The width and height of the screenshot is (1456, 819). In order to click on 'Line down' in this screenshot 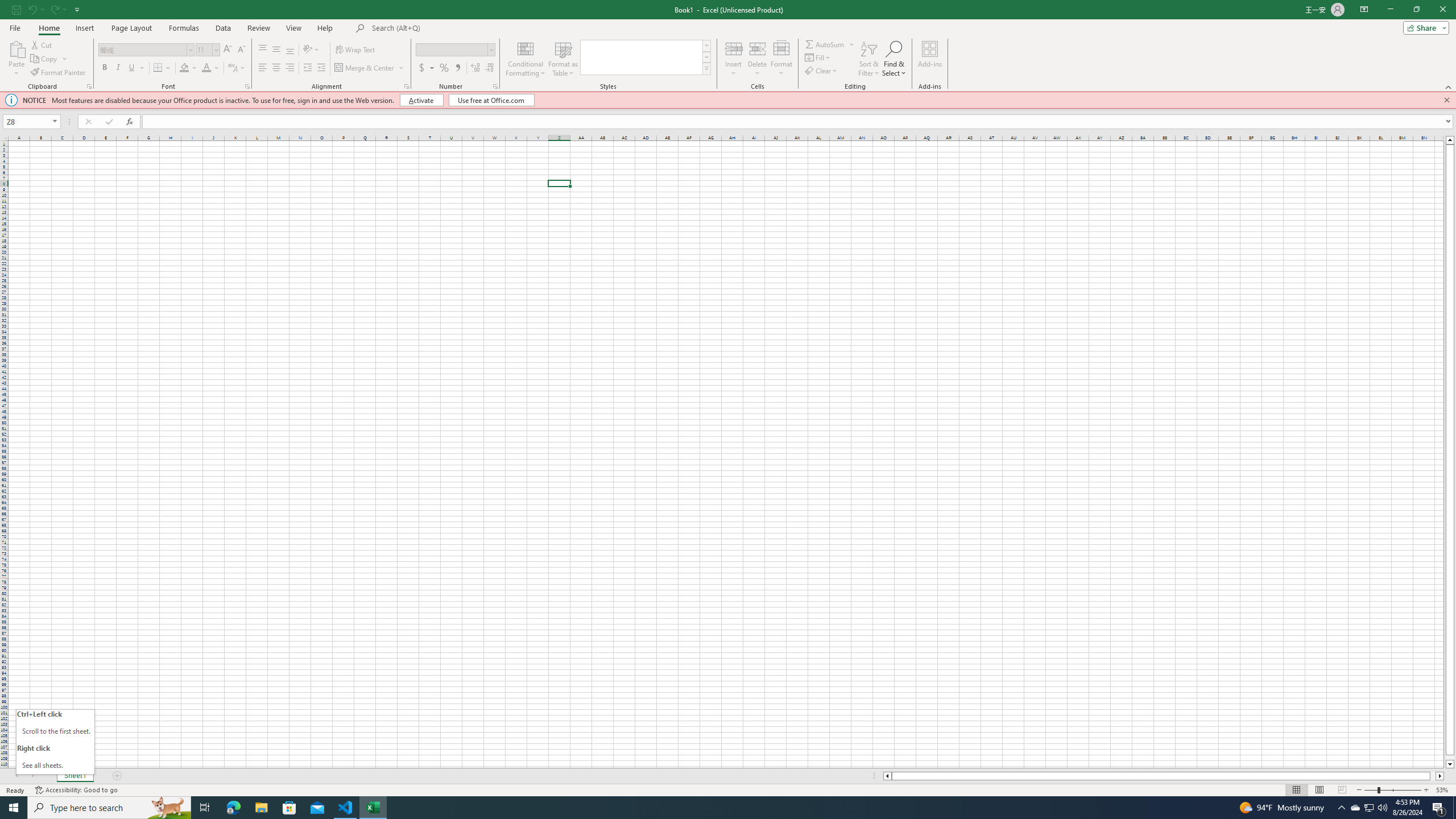, I will do `click(1449, 764)`.